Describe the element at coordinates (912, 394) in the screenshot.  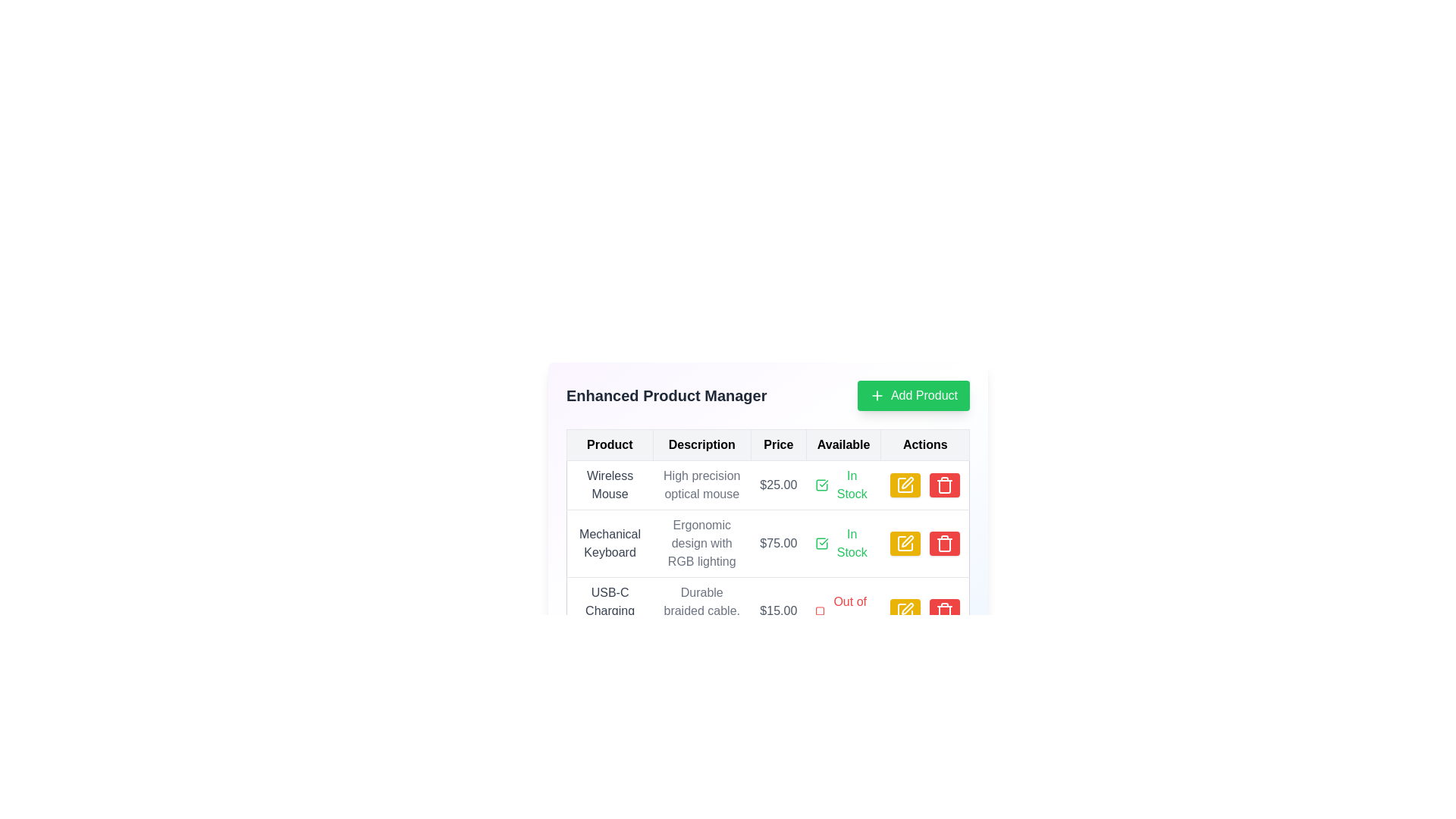
I see `the green 'Add Product' button located in the top-right corner of the 'Enhanced Product Manager' section to initiate adding a product` at that location.